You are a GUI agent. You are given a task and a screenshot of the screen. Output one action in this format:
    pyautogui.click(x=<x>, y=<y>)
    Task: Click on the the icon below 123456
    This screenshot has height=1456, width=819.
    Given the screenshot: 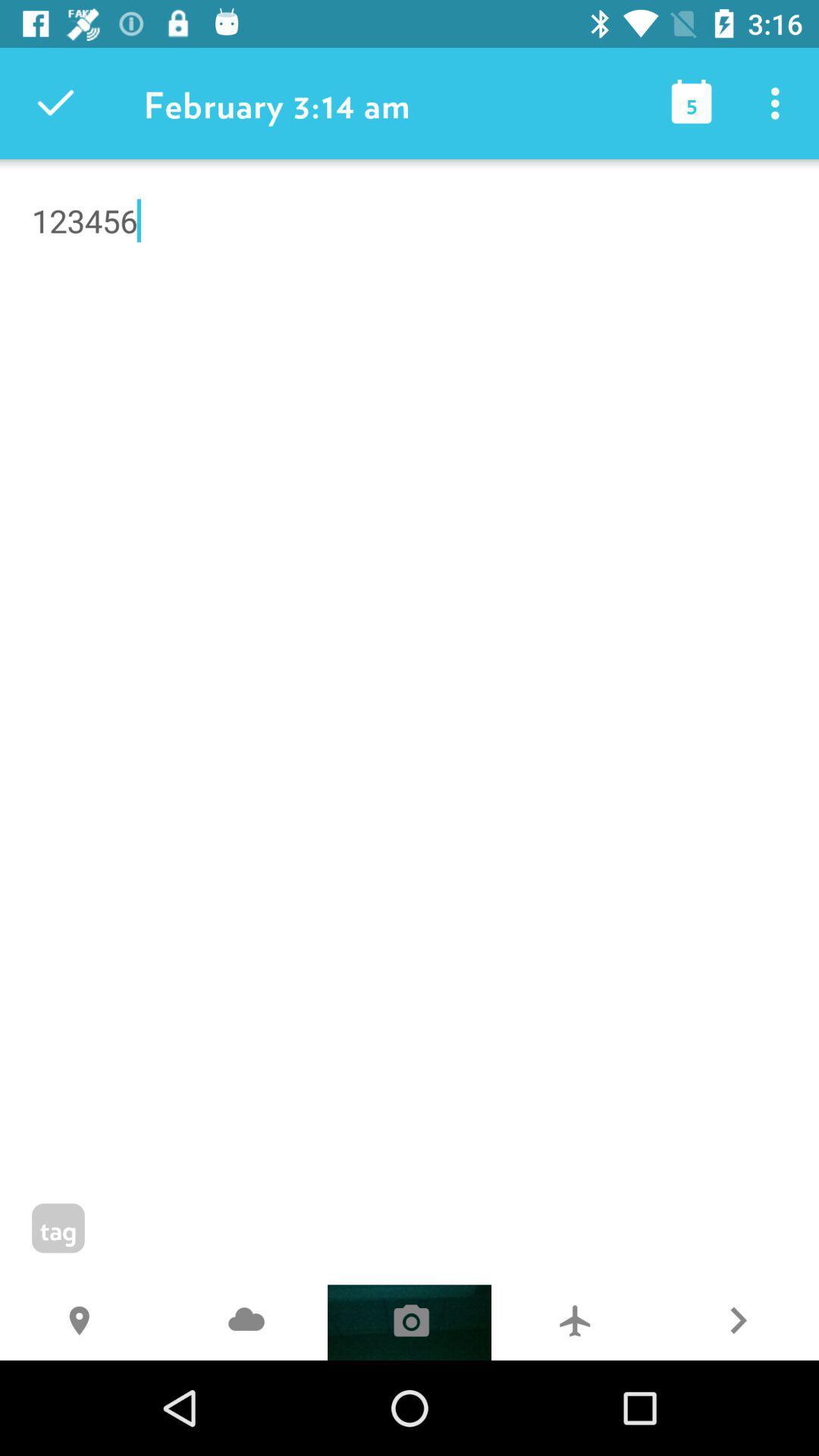 What is the action you would take?
    pyautogui.click(x=736, y=1322)
    